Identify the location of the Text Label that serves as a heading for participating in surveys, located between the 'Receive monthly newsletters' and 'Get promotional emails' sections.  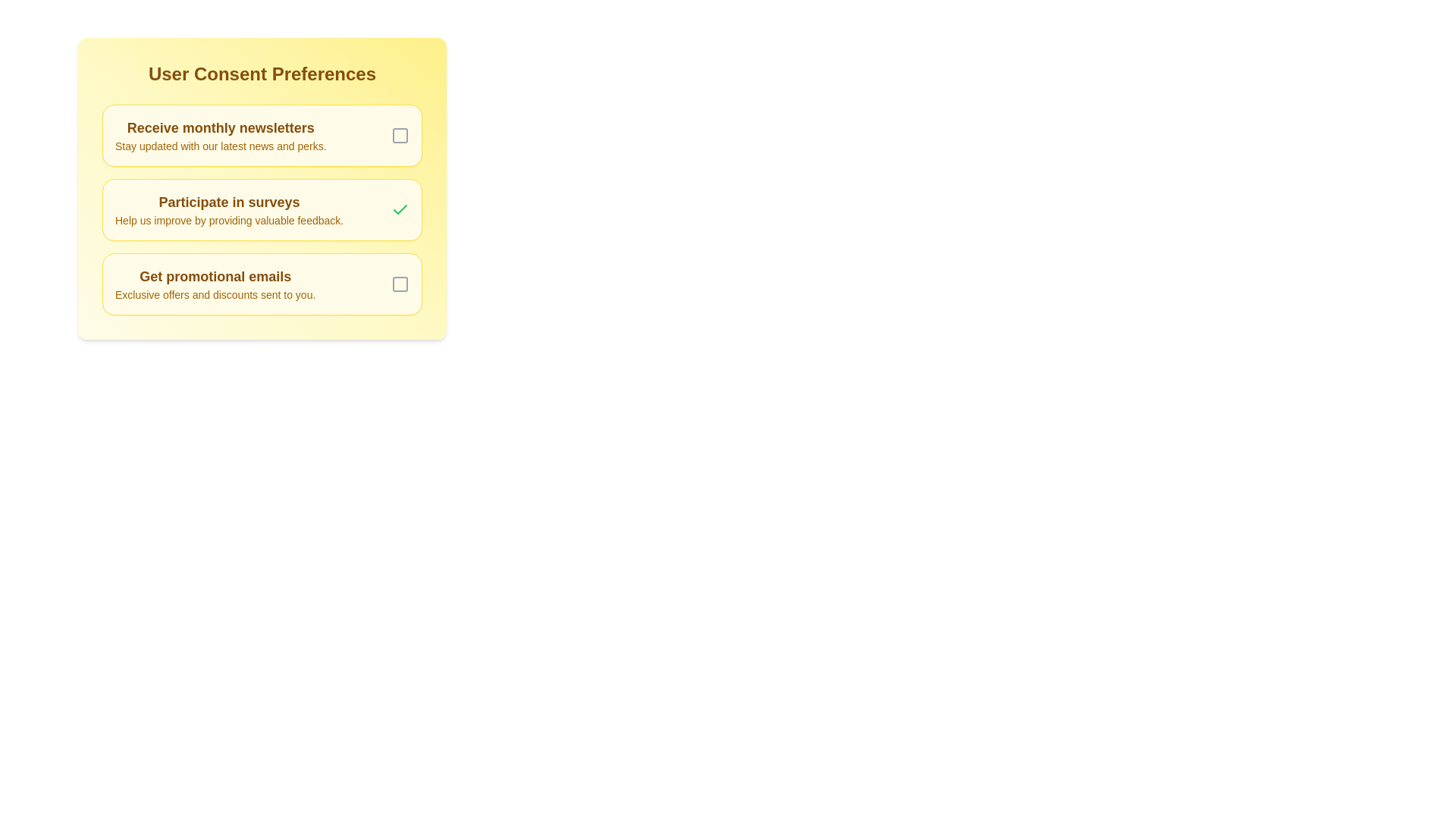
(228, 201).